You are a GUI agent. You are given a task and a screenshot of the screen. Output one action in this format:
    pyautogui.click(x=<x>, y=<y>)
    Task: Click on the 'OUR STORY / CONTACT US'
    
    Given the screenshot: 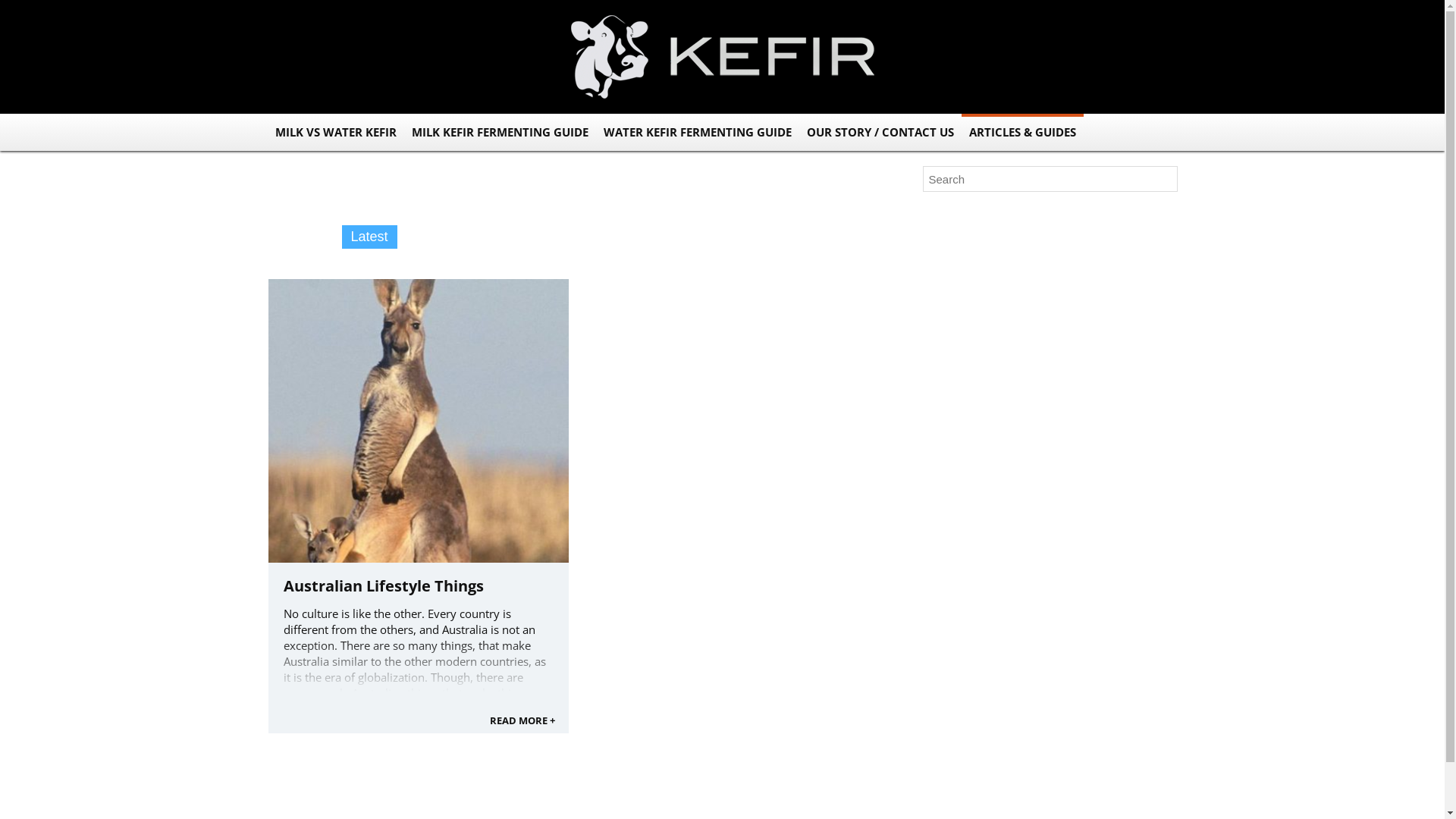 What is the action you would take?
    pyautogui.click(x=799, y=131)
    